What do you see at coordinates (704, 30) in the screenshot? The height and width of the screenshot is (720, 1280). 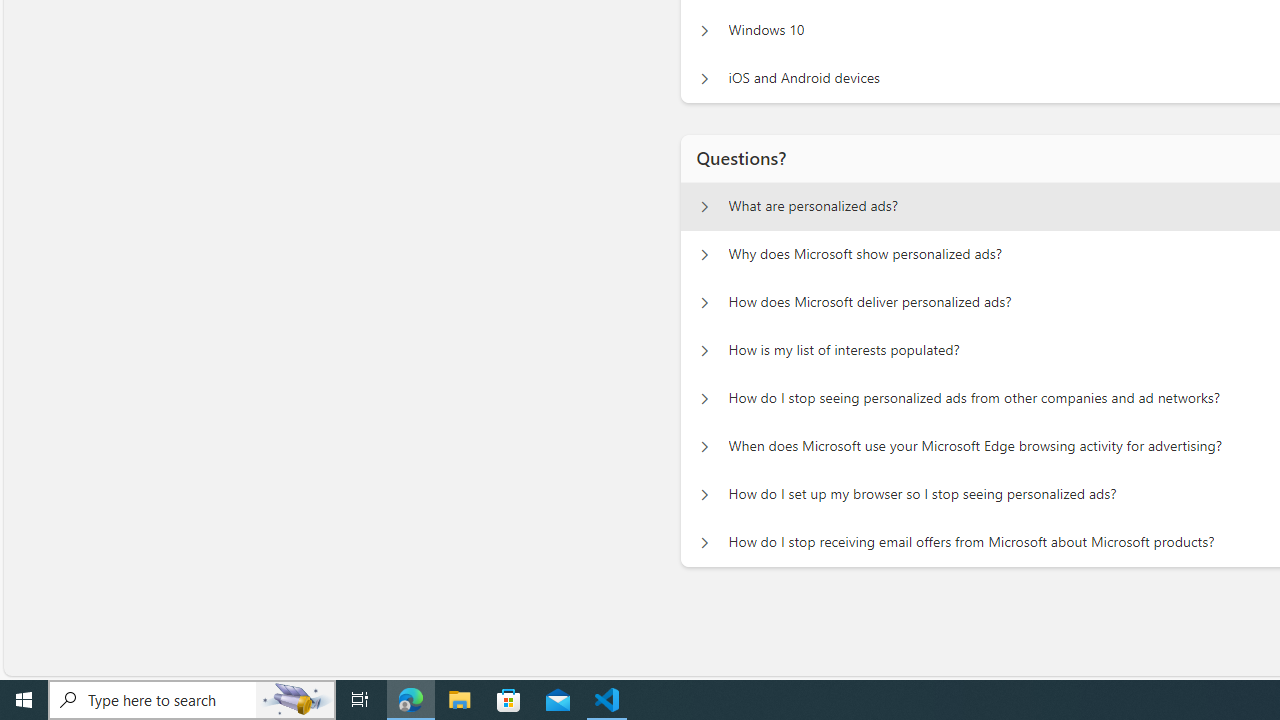 I see `'Manage personalized ads on your device Windows 10'` at bounding box center [704, 30].